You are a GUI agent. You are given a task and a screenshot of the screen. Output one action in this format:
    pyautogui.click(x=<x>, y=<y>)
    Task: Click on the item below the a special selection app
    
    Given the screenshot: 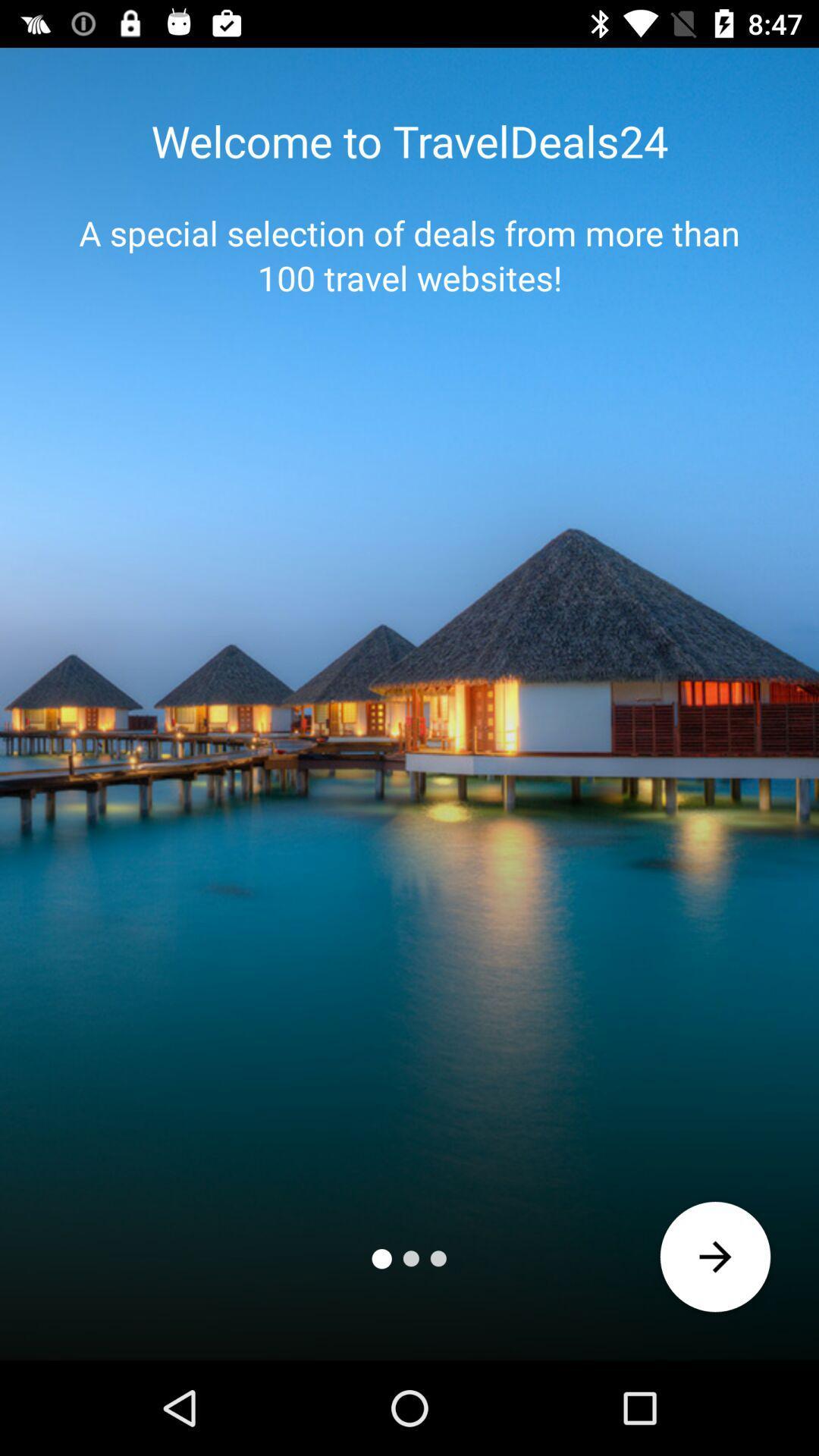 What is the action you would take?
    pyautogui.click(x=715, y=1257)
    